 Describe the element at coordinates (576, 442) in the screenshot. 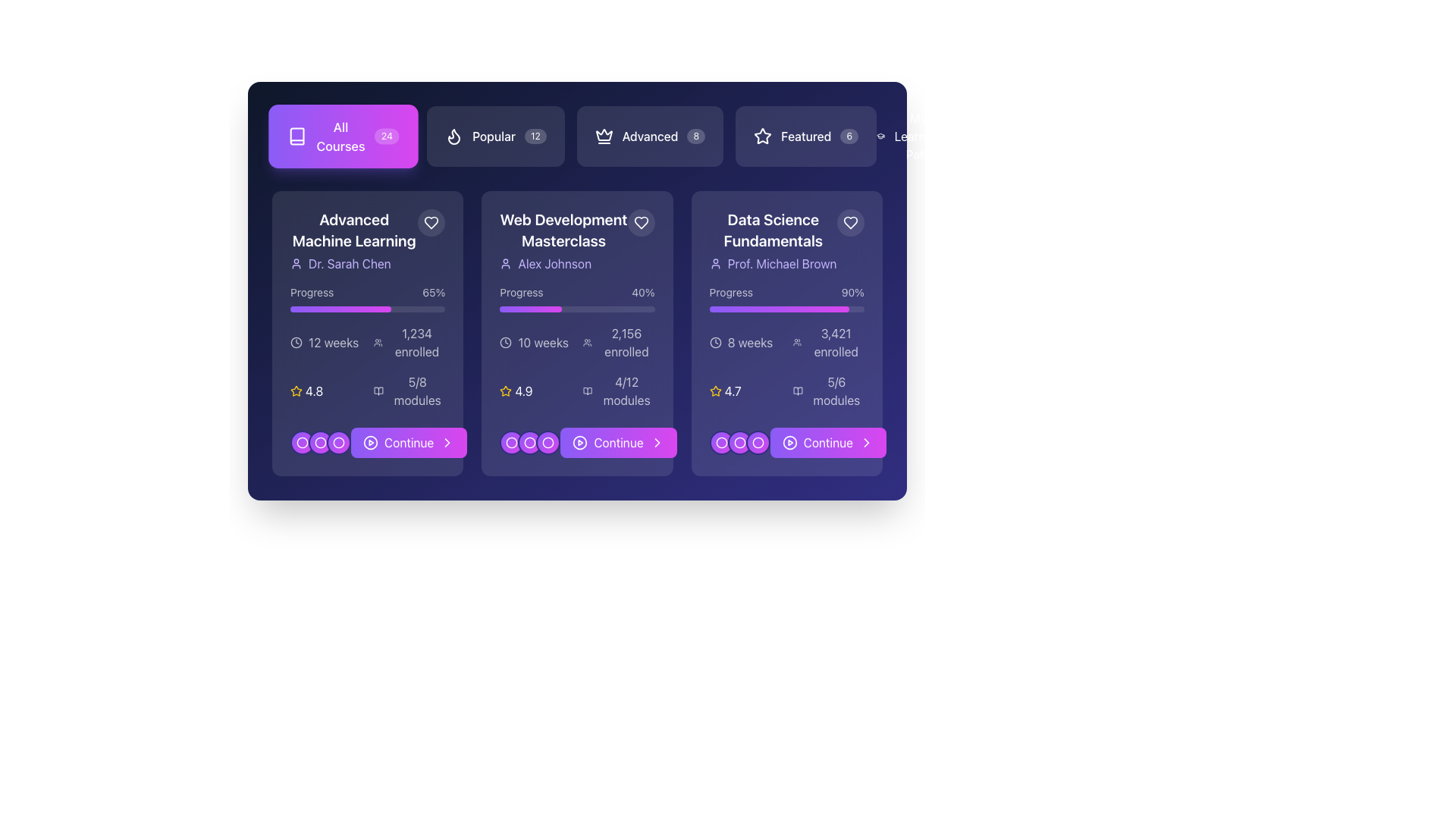

I see `the 'Continue' button located at the bottom-right of the 'Web Development Masterclass' card, styled with a gradient from violet to fuchsia` at that location.